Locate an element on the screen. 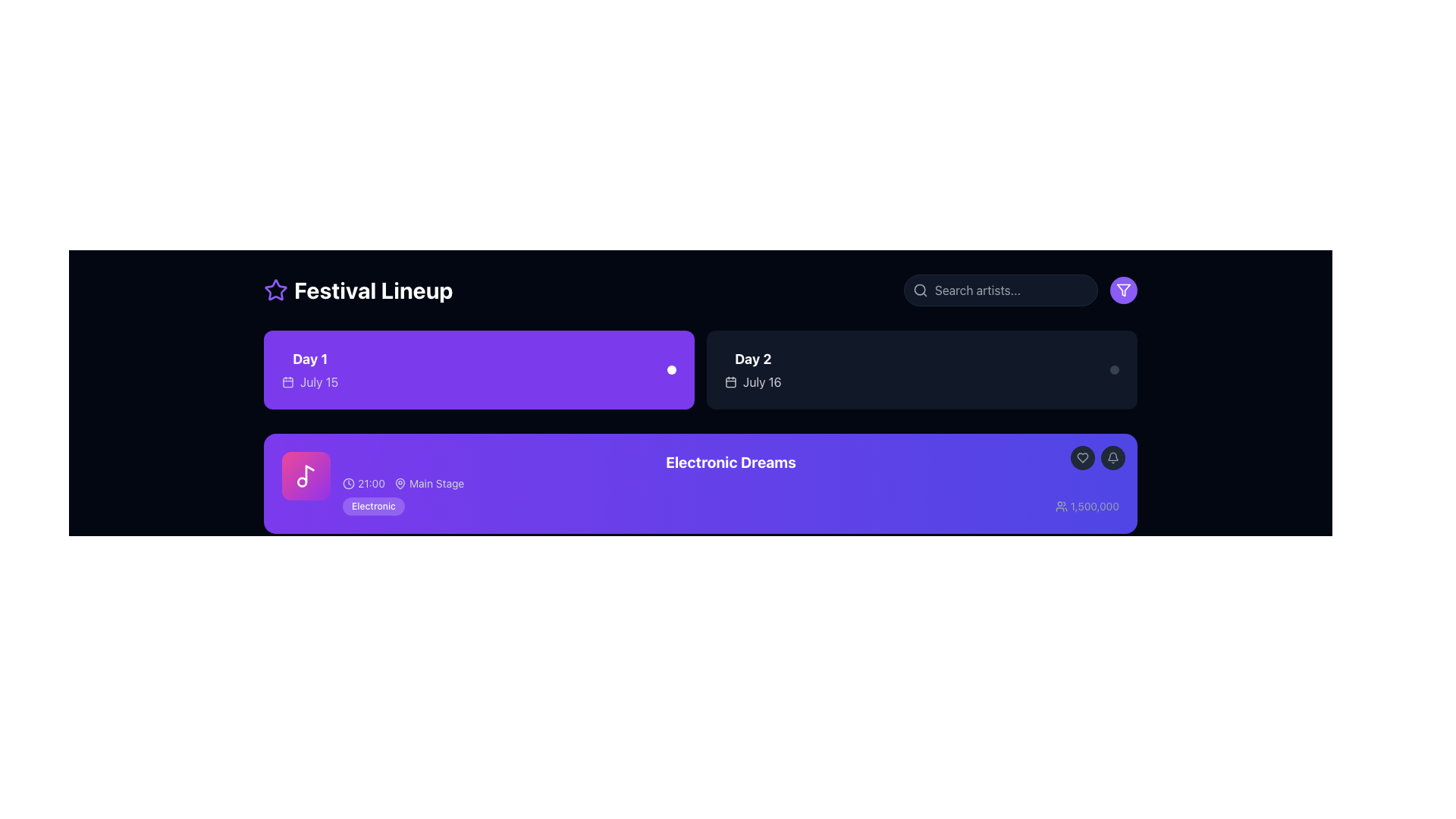 The height and width of the screenshot is (819, 1456). the heart icon button located at the bottom-right corner of the 'Electronic Dreams' event panel is located at coordinates (1082, 457).